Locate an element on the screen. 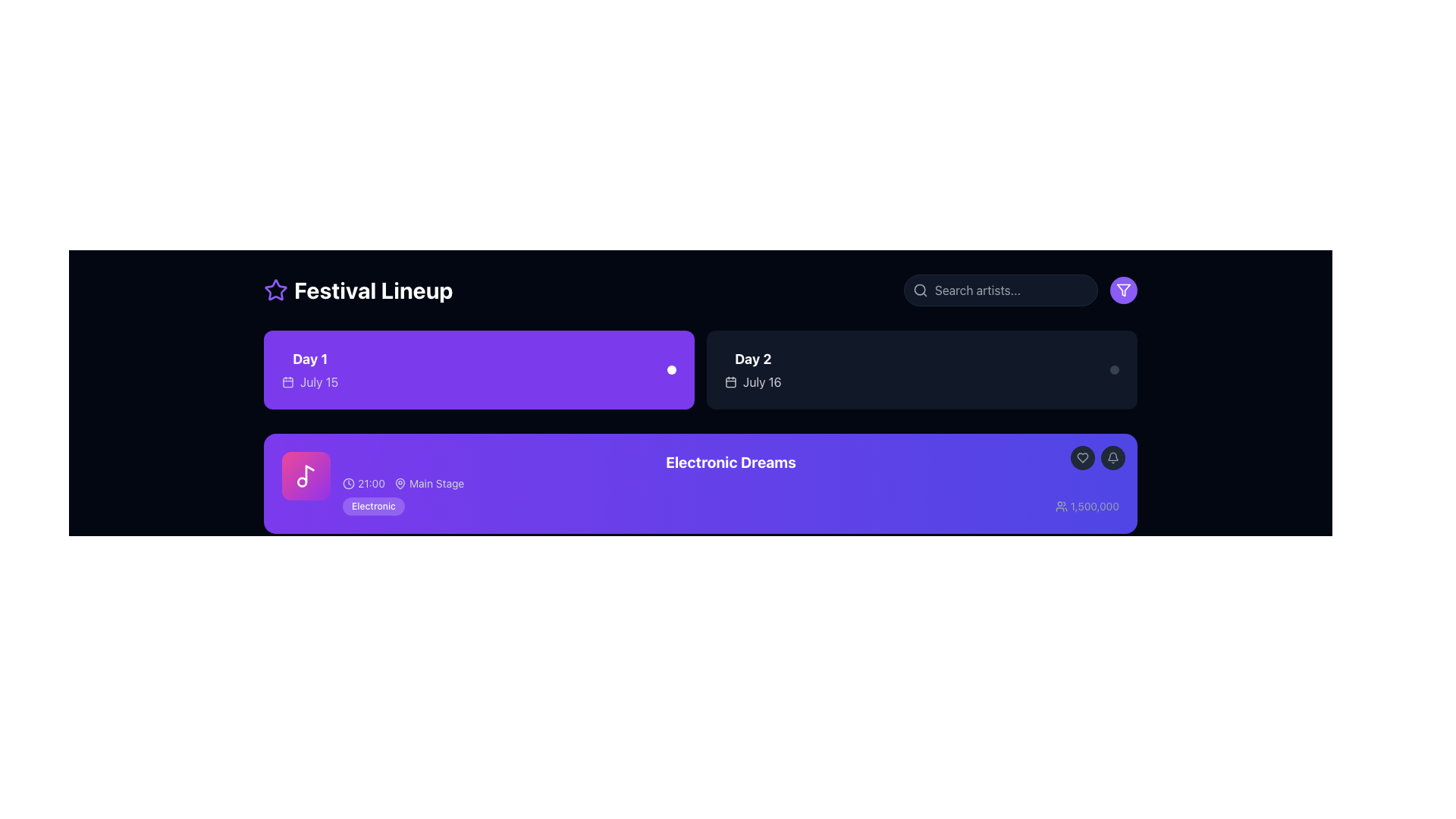 The height and width of the screenshot is (819, 1456). the heart icon button located at the bottom-right corner of the 'Electronic Dreams' event panel is located at coordinates (1082, 457).